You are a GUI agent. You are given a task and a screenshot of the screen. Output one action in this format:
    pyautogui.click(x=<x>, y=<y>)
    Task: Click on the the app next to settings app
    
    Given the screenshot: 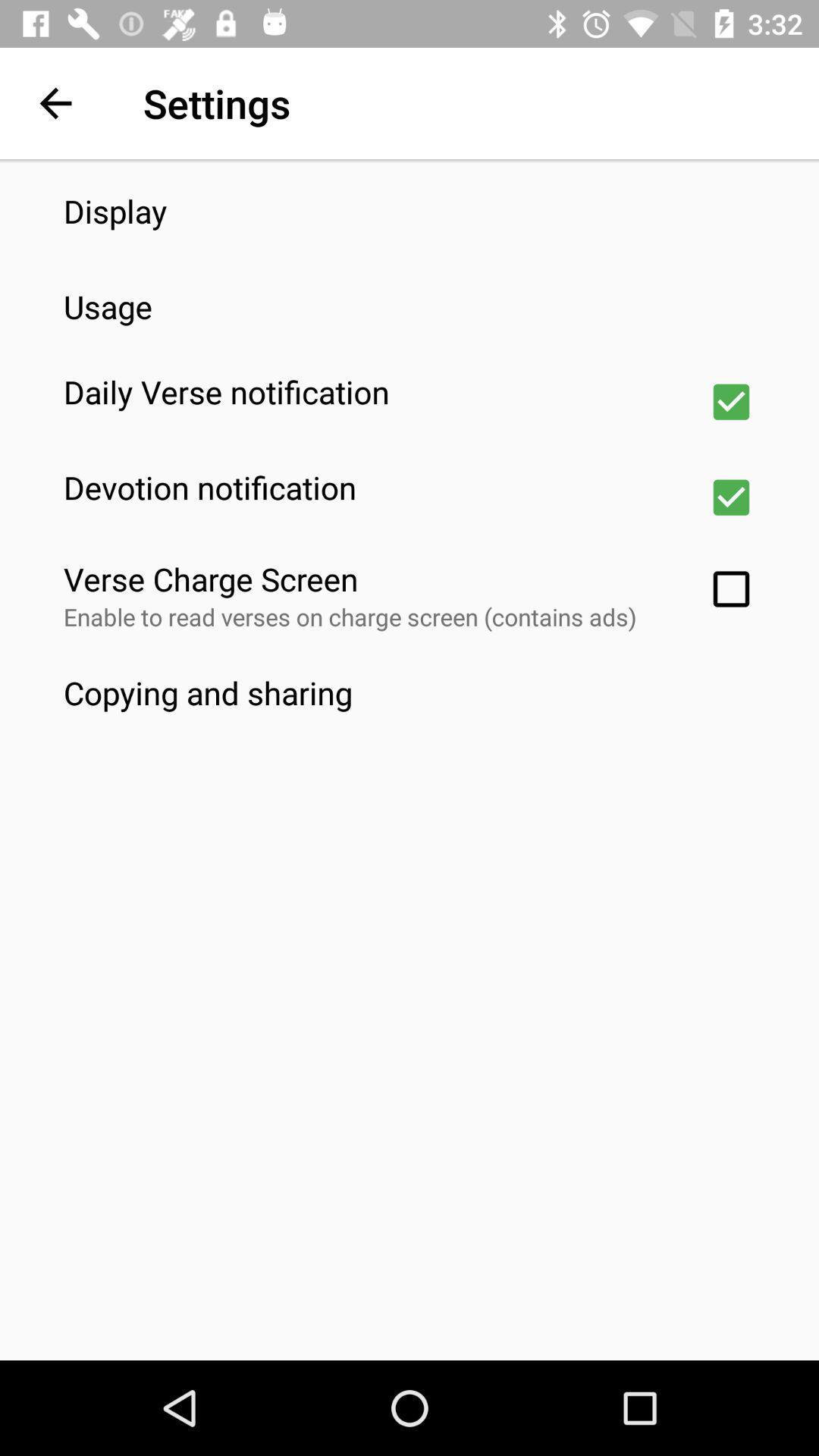 What is the action you would take?
    pyautogui.click(x=55, y=102)
    